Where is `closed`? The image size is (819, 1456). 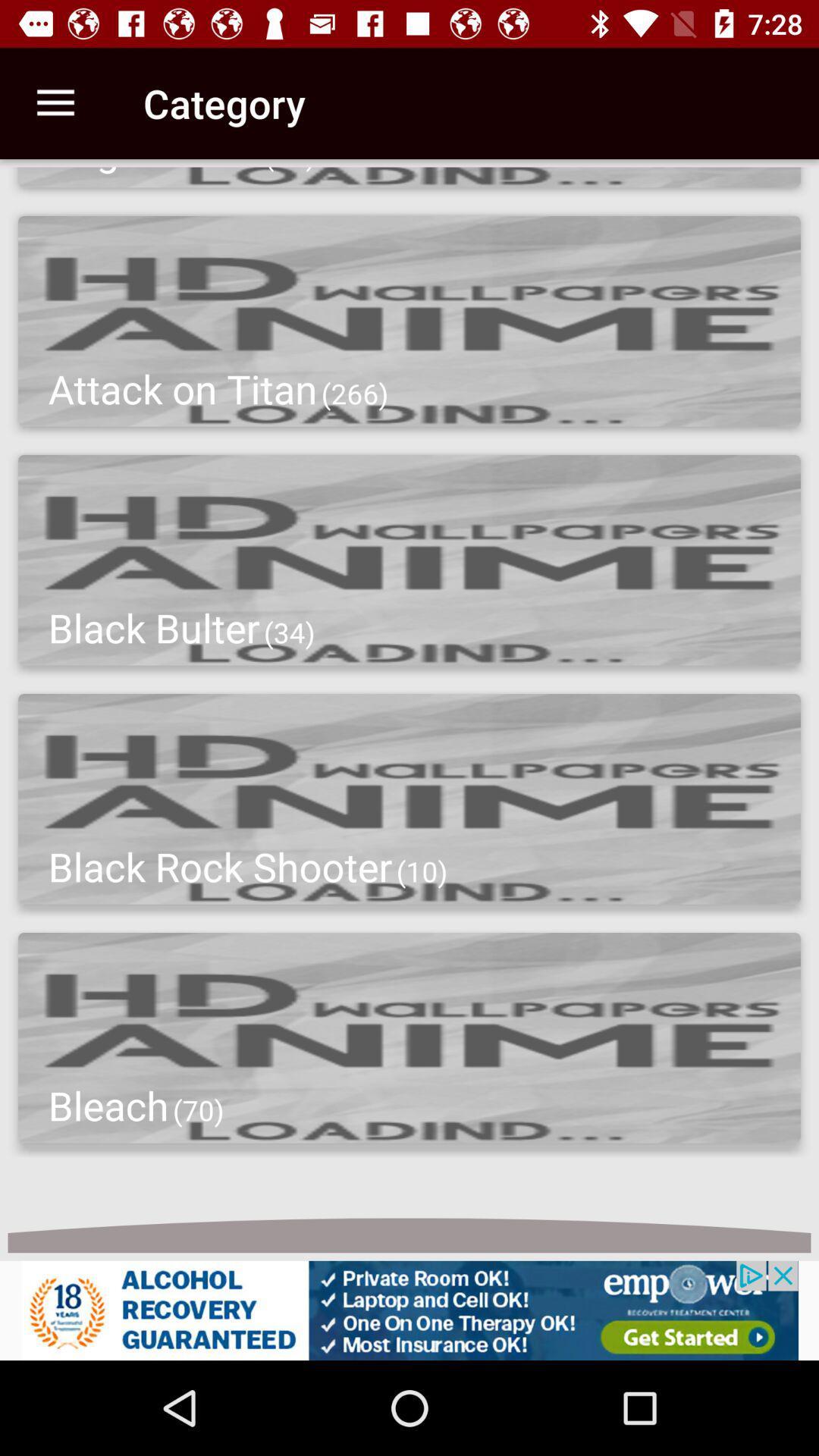
closed is located at coordinates (409, 1310).